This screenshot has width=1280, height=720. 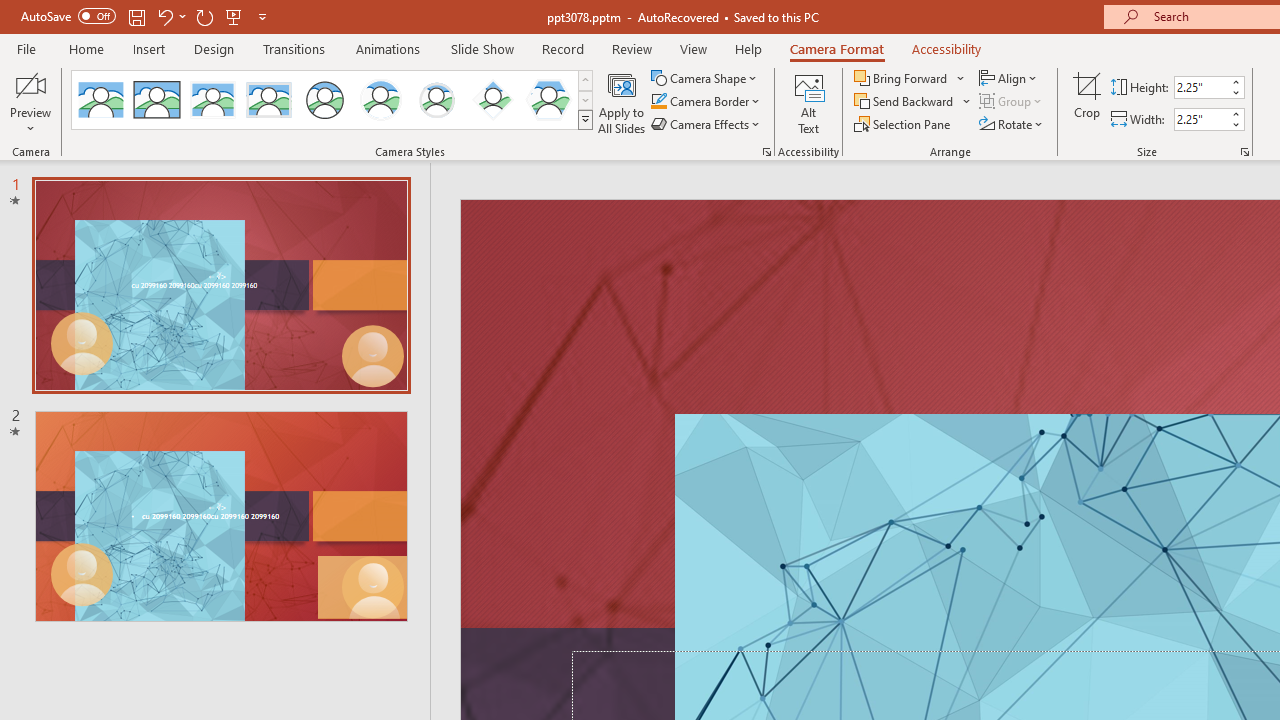 What do you see at coordinates (912, 101) in the screenshot?
I see `'Send Backward'` at bounding box center [912, 101].